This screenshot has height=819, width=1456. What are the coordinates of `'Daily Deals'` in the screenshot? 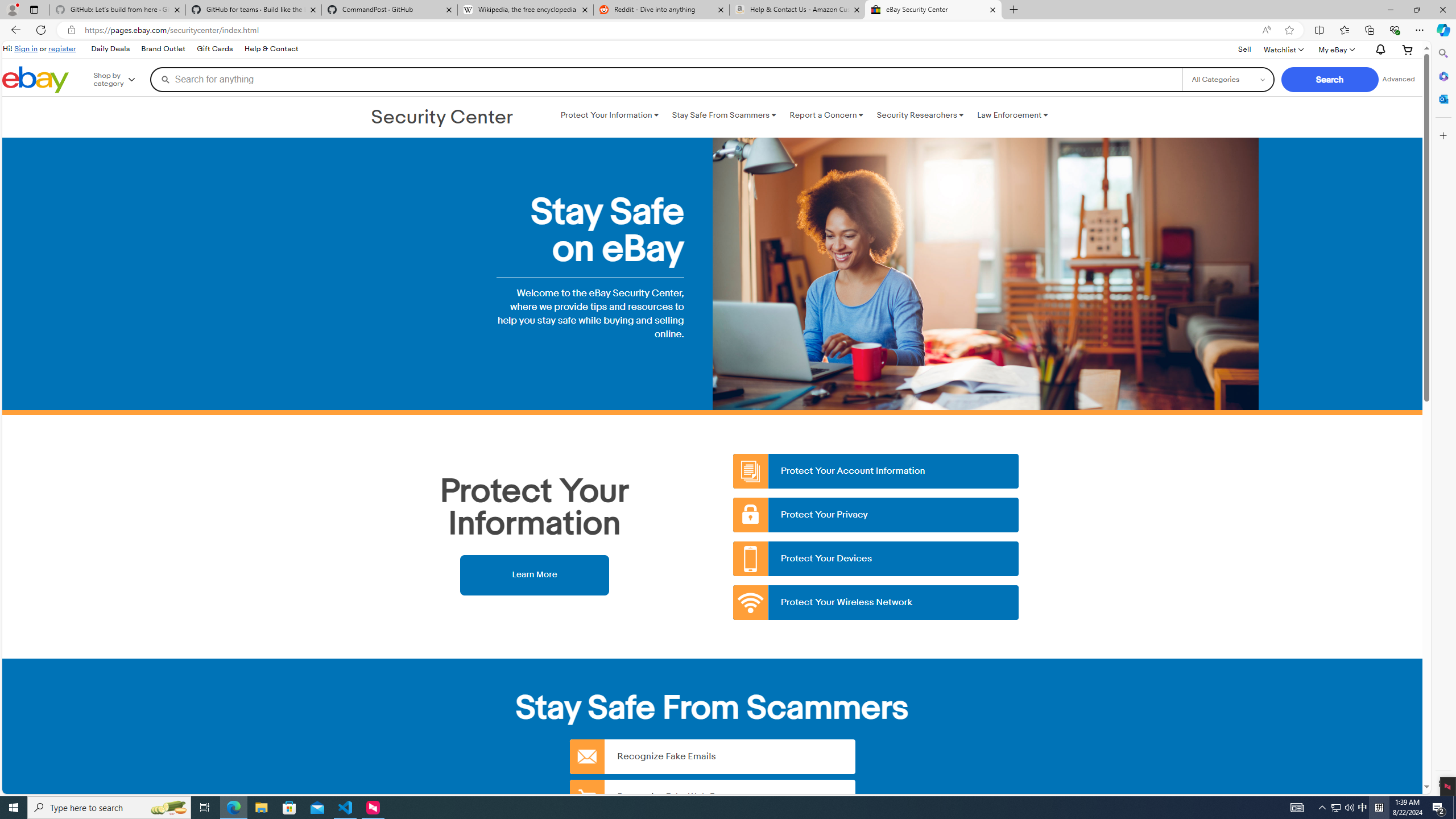 It's located at (109, 48).